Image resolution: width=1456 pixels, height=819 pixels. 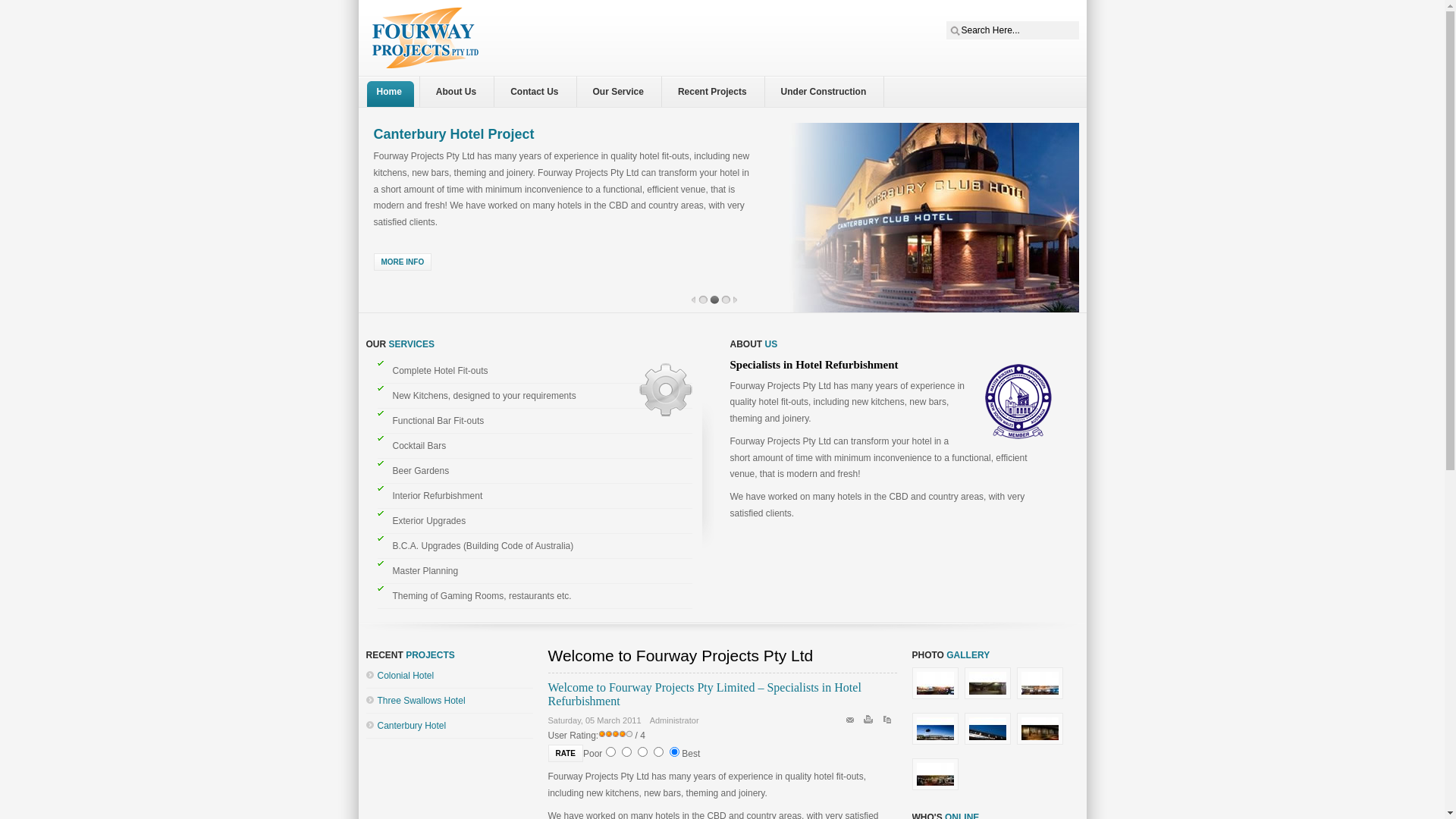 What do you see at coordinates (422, 701) in the screenshot?
I see `'Three Swallows Hotel'` at bounding box center [422, 701].